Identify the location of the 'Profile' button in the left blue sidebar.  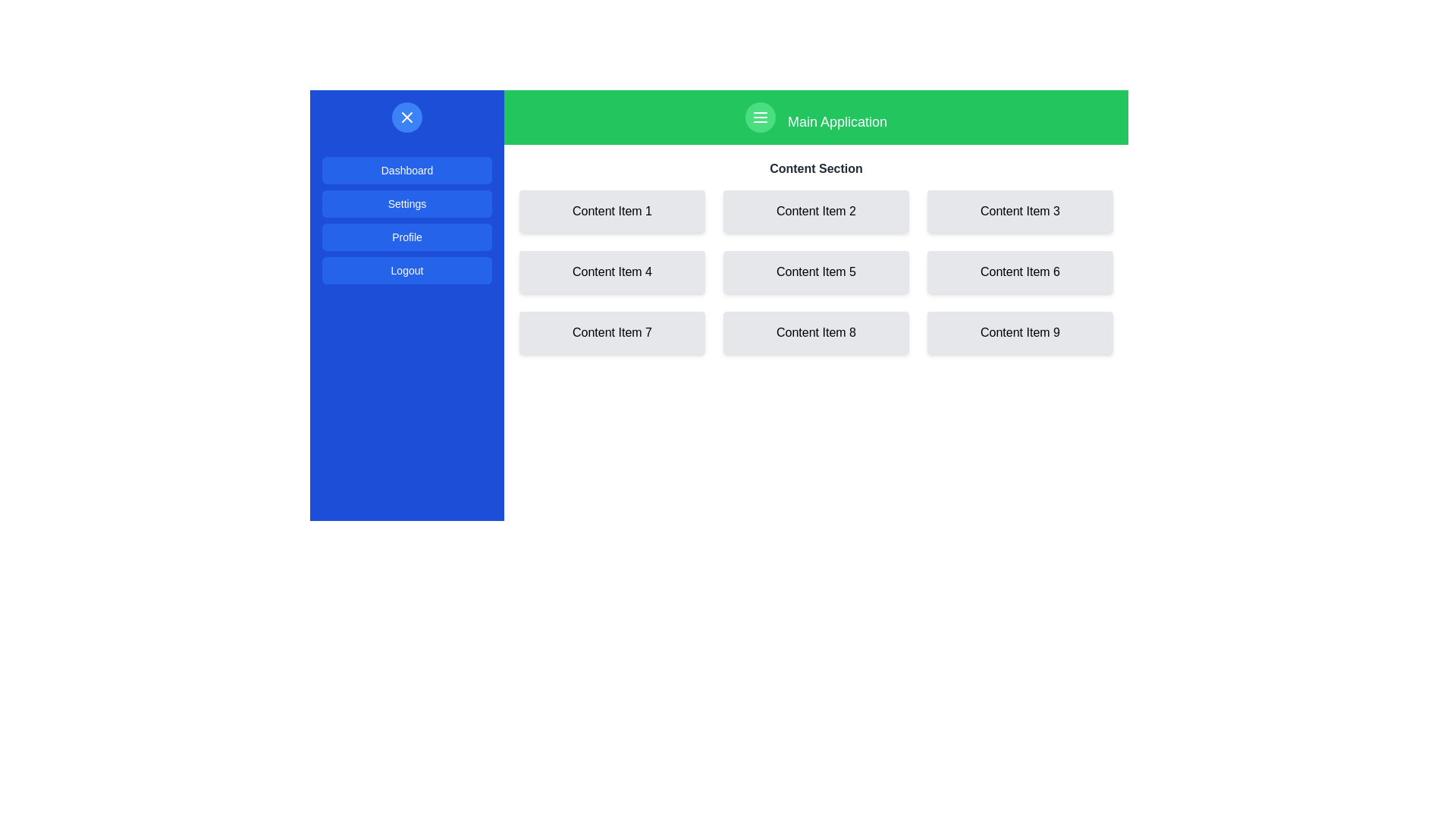
(407, 237).